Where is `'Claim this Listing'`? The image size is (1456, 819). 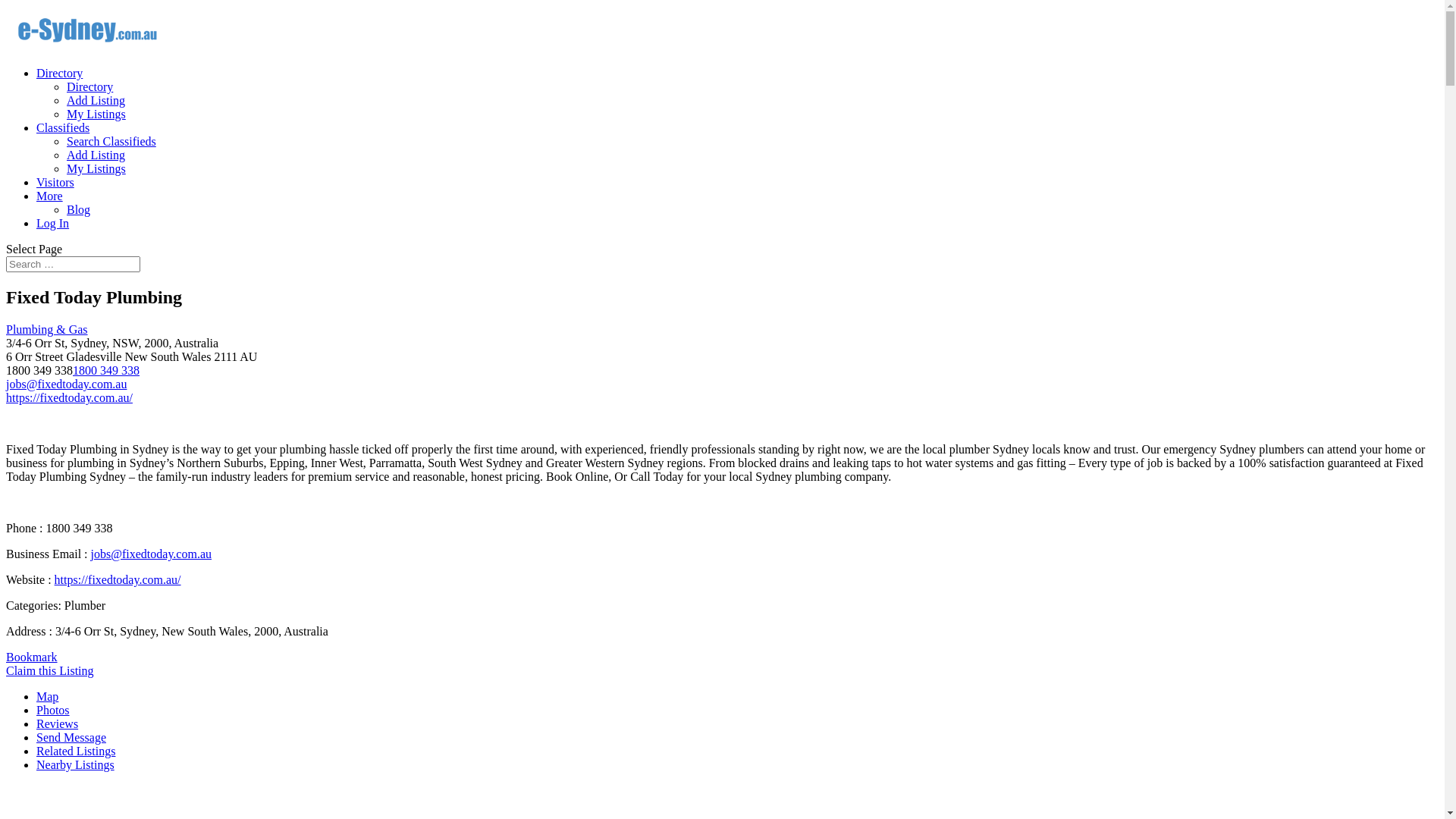
'Claim this Listing' is located at coordinates (50, 670).